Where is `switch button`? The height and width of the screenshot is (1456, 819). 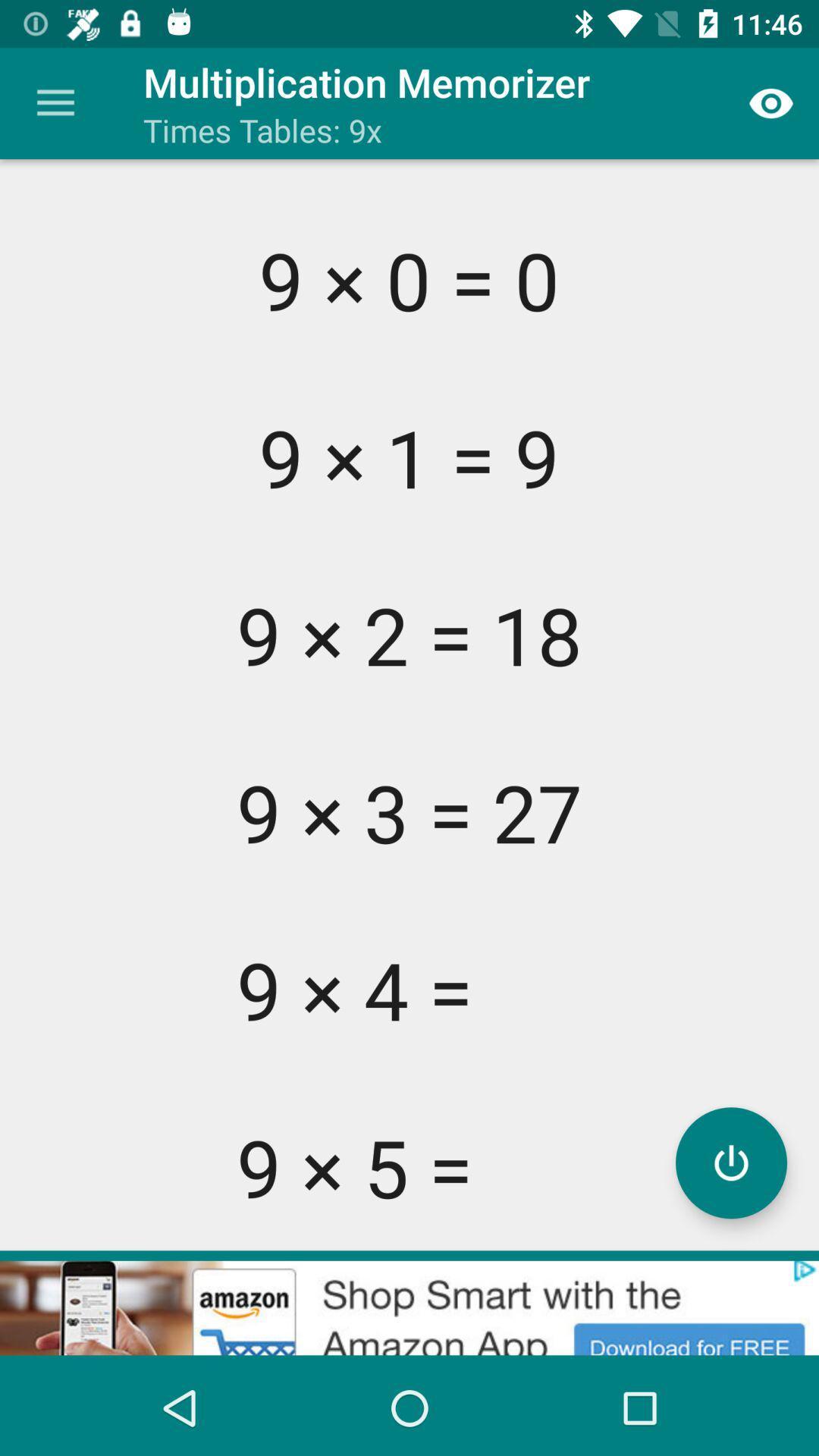
switch button is located at coordinates (730, 1162).